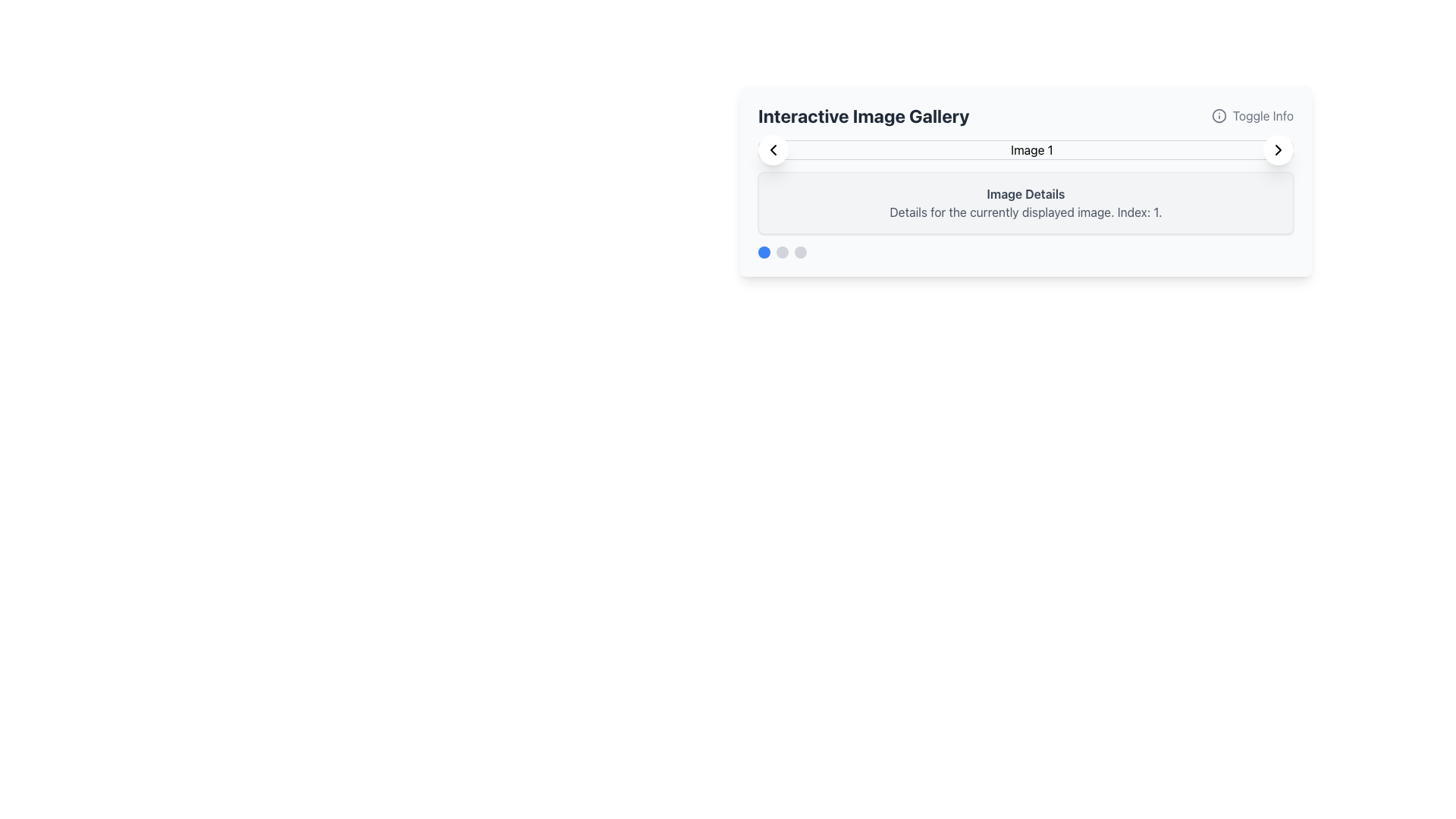 This screenshot has width=1456, height=819. Describe the element at coordinates (773, 149) in the screenshot. I see `the left arrow icon (Chevron) in the navigation bar` at that location.